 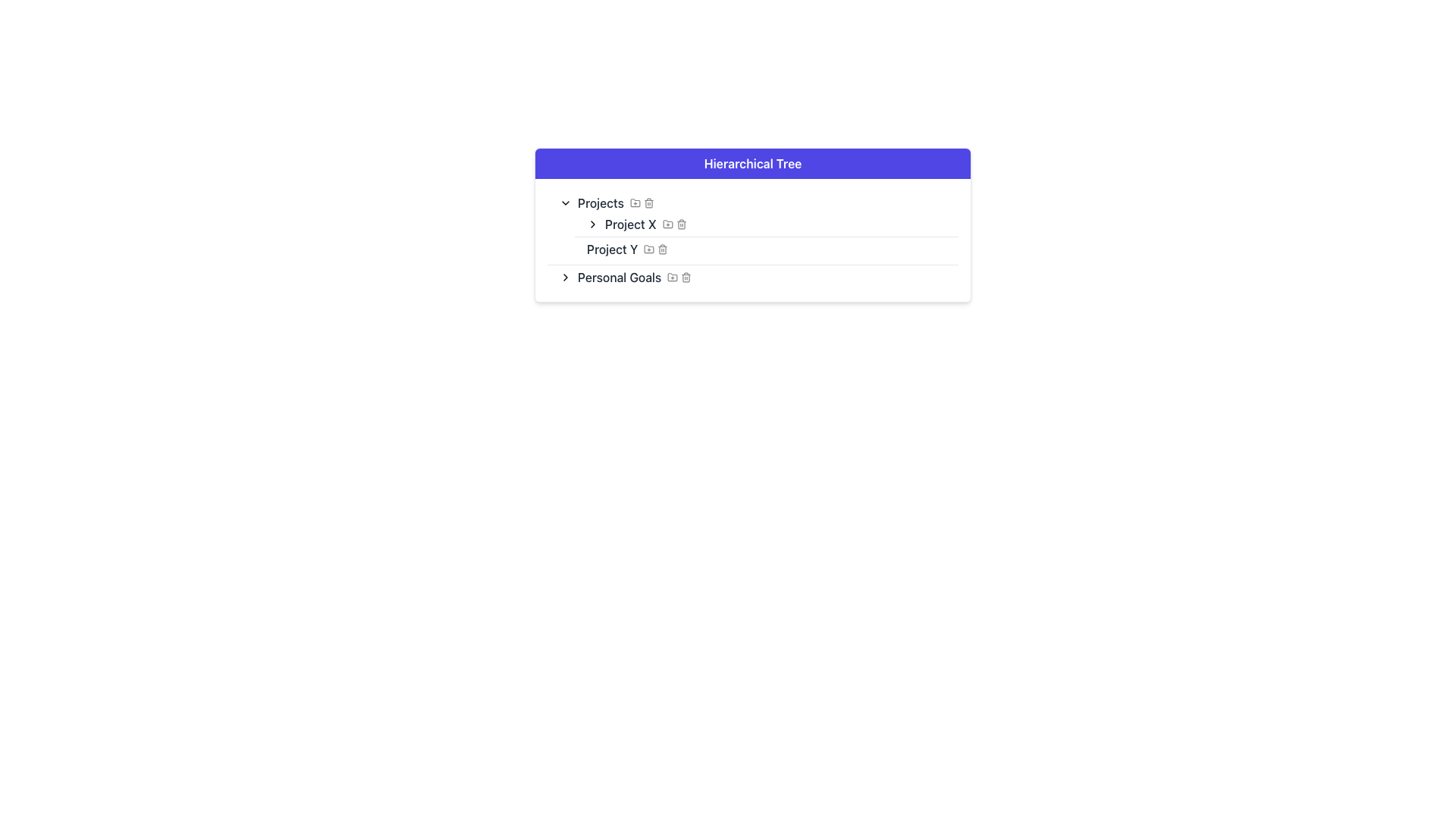 What do you see at coordinates (635, 202) in the screenshot?
I see `the folder icon representing the 'Projects' category, which is located to the right of the 'Projects' label` at bounding box center [635, 202].